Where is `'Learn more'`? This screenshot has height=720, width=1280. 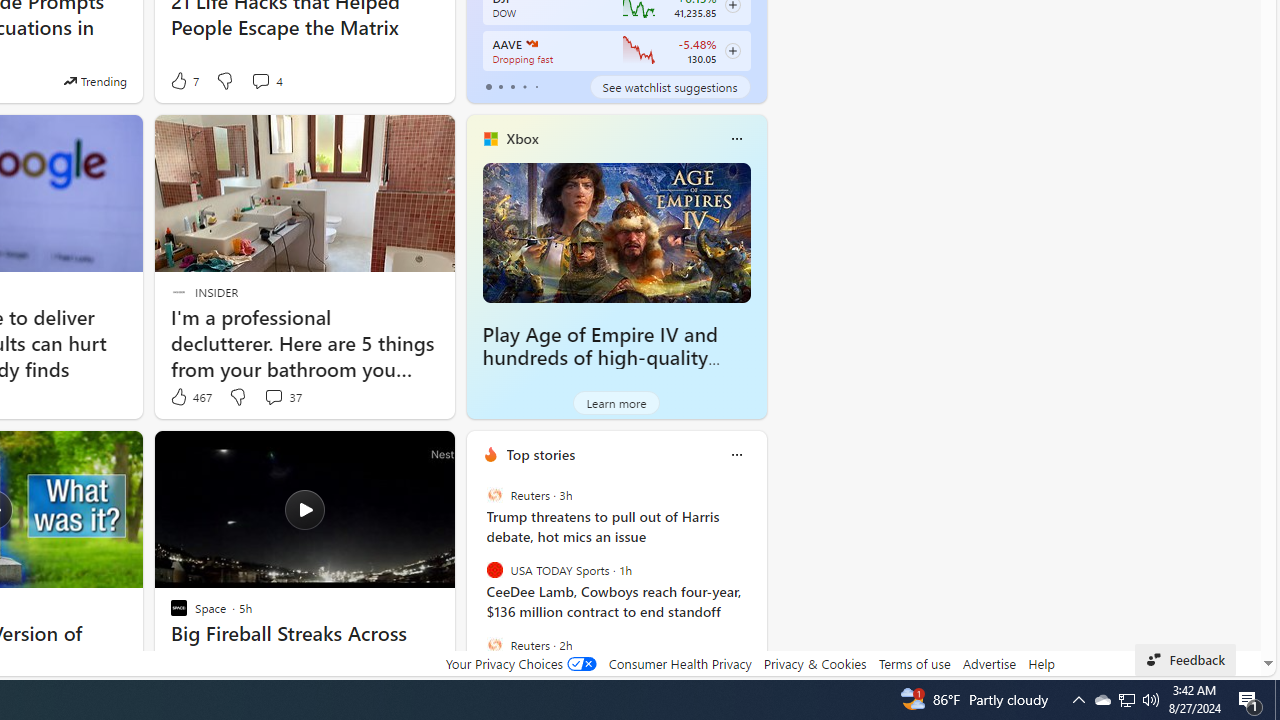 'Learn more' is located at coordinates (615, 402).